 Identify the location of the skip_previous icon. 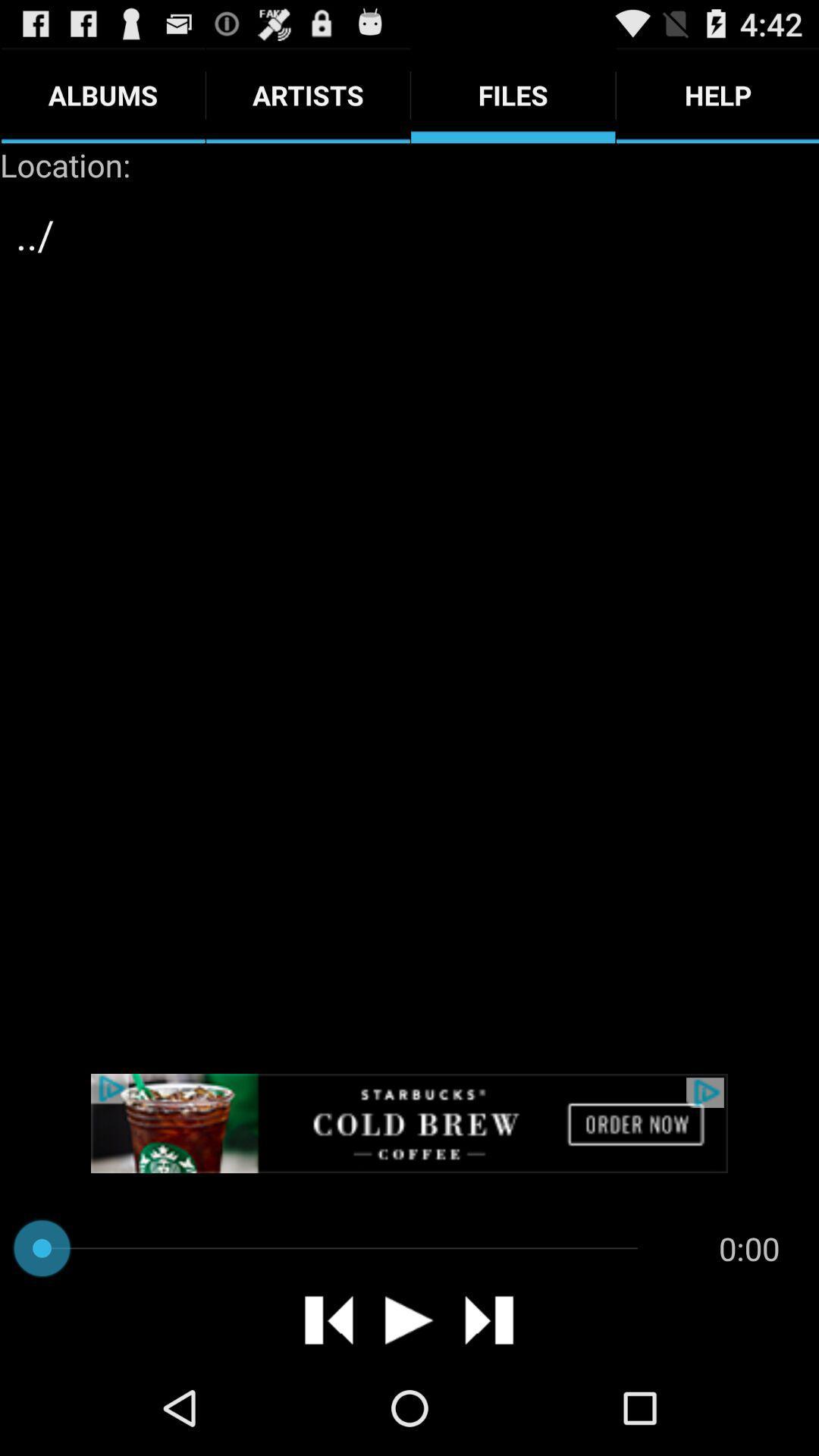
(328, 1412).